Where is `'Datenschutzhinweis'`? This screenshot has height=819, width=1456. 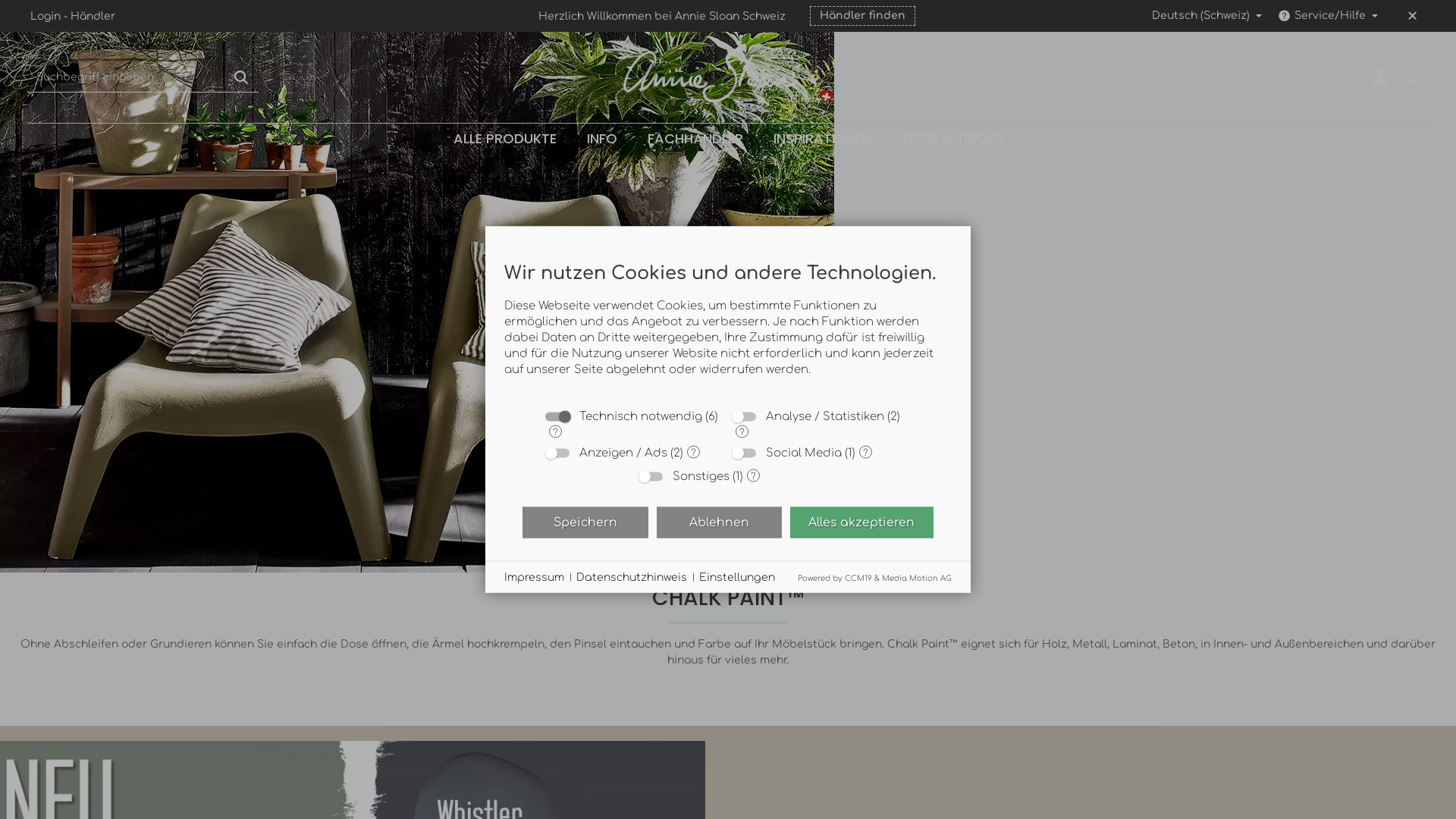
'Datenschutzhinweis' is located at coordinates (575, 576).